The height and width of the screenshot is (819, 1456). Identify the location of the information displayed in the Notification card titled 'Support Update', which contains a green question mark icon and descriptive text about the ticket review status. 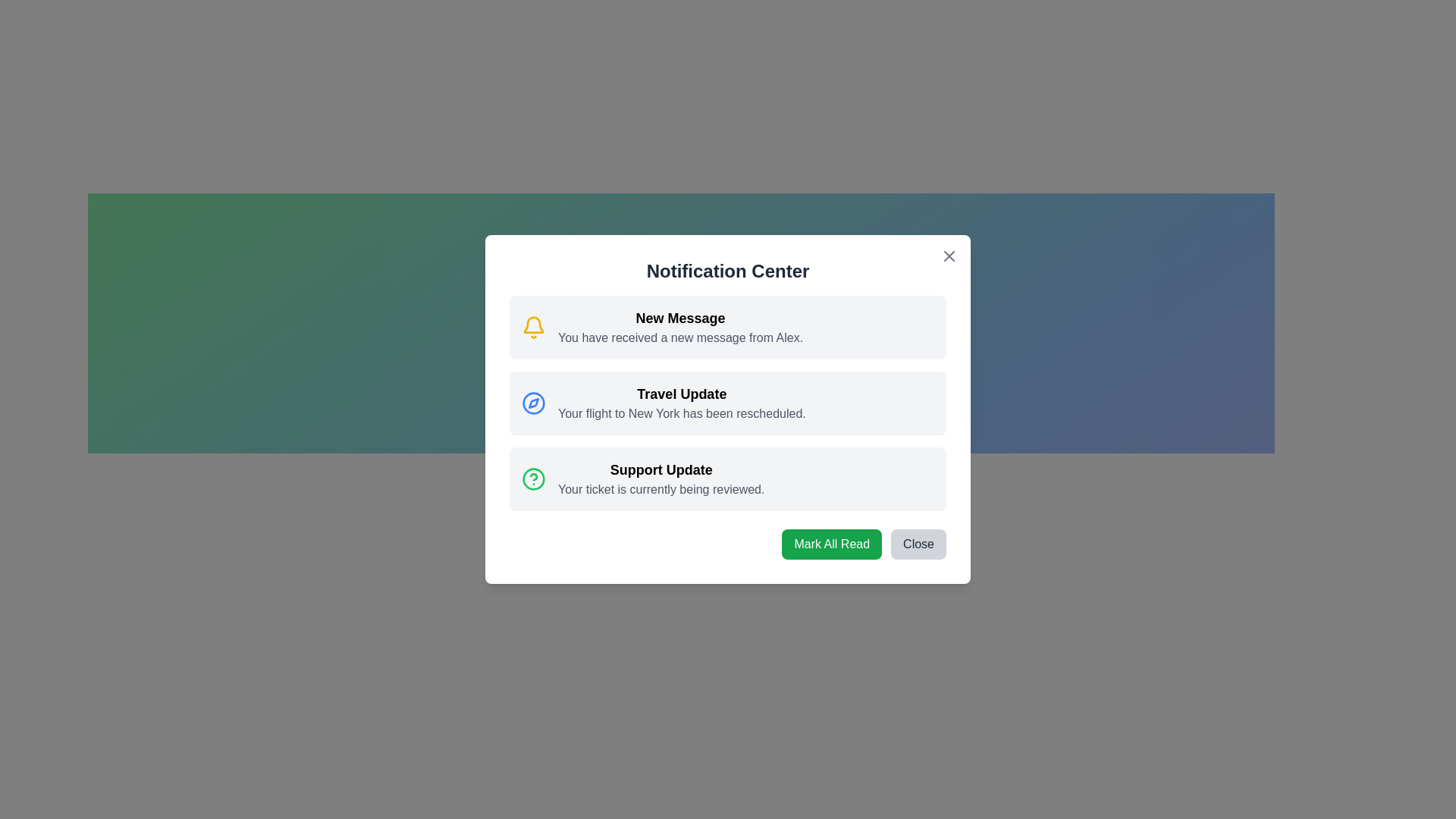
(728, 479).